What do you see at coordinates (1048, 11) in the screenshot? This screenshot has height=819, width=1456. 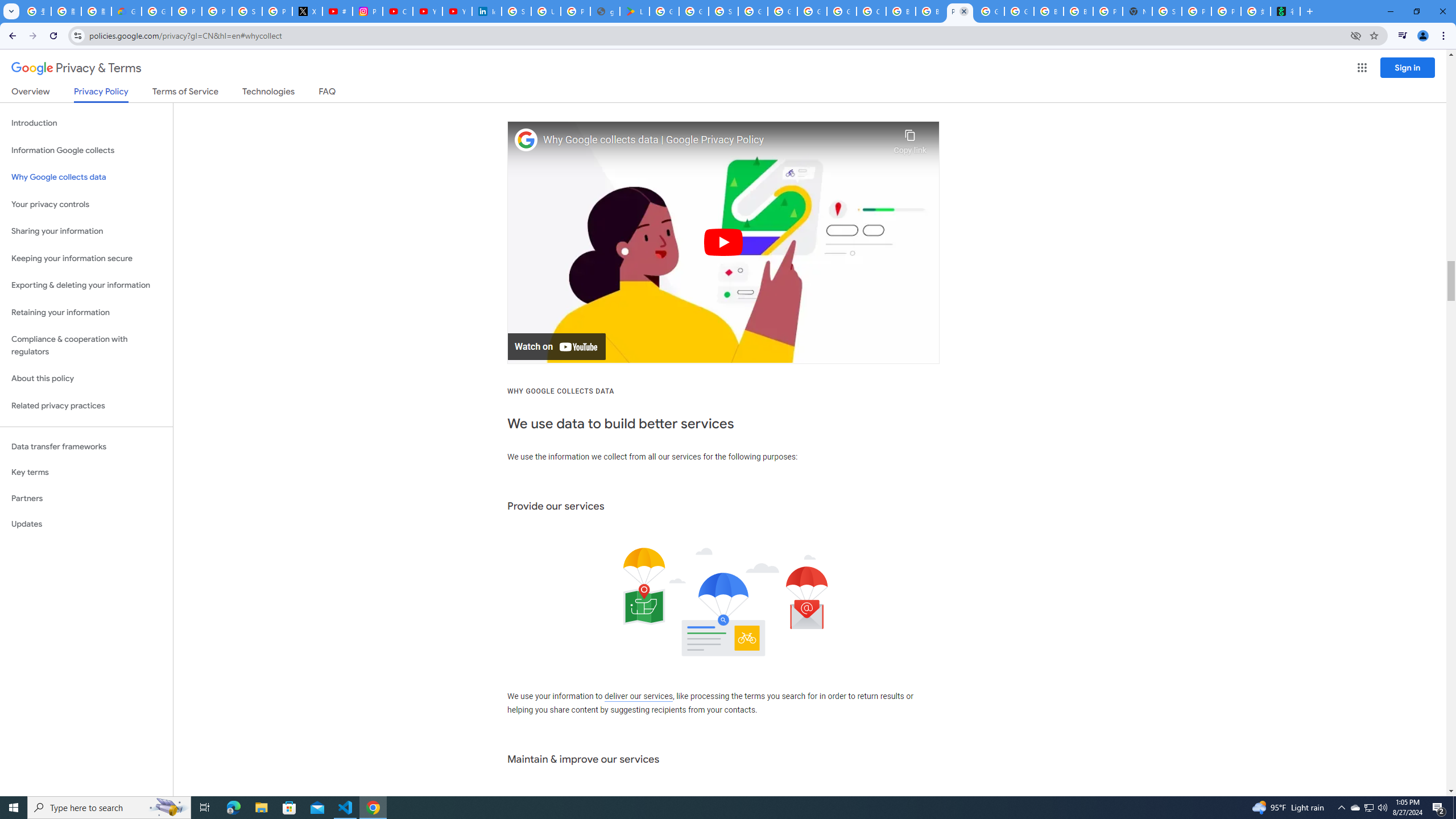 I see `'Browse Chrome as a guest - Computer - Google Chrome Help'` at bounding box center [1048, 11].